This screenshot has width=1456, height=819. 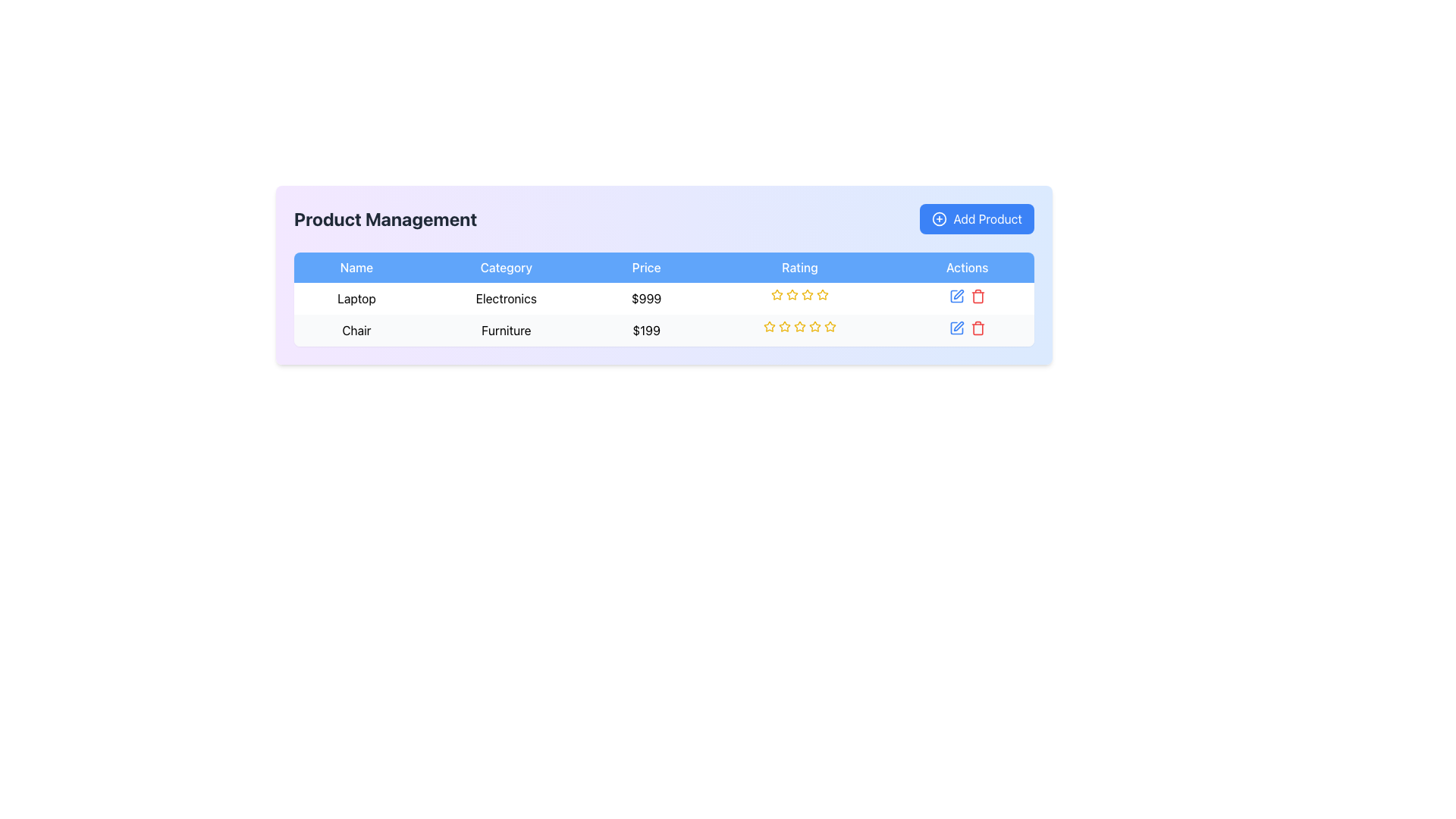 I want to click on the yellow star icon in the second row of the rating component, so click(x=769, y=326).